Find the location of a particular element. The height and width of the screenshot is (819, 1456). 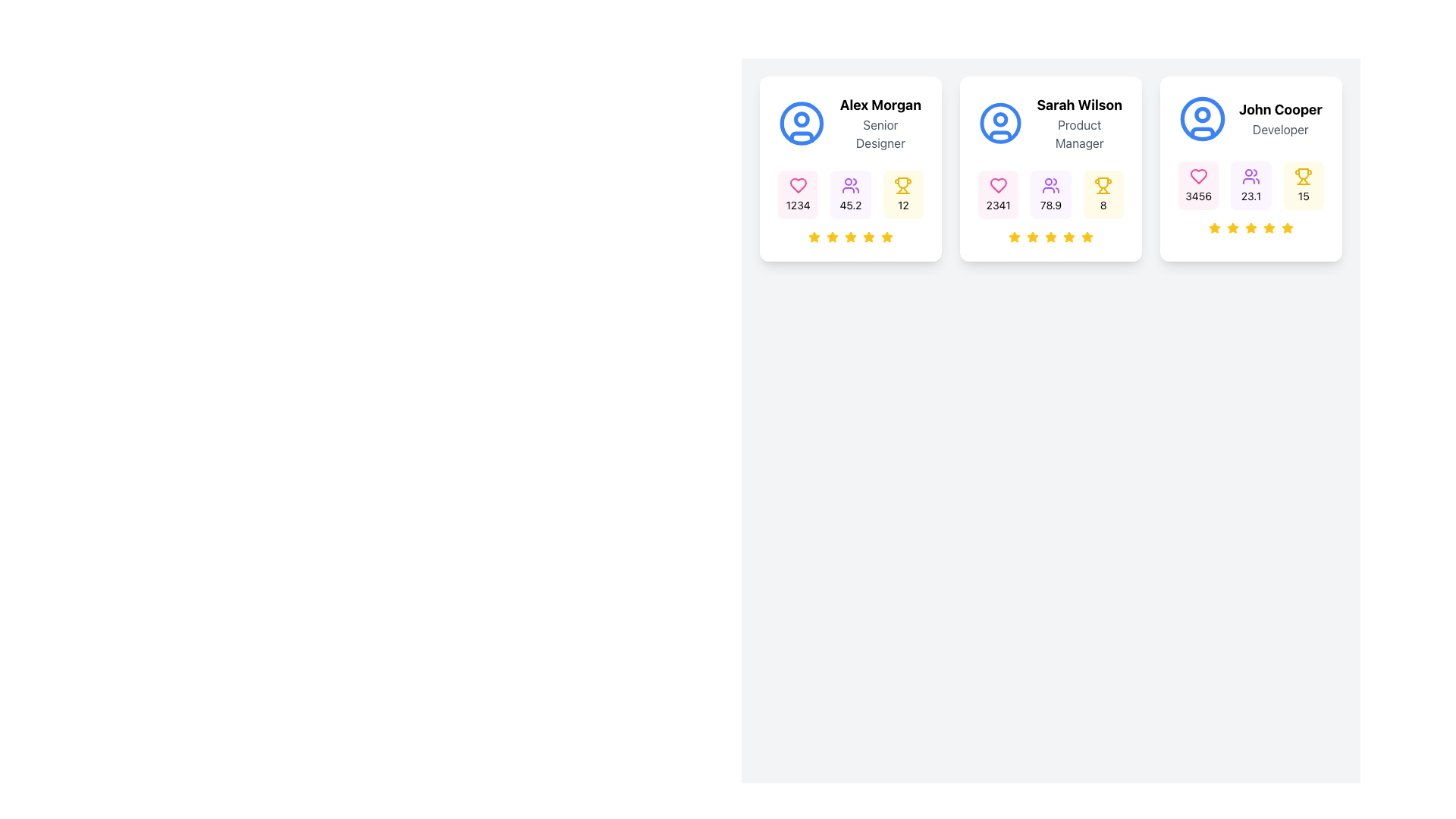

the yellow five-pointed star icon in the rating system associated with user 'John Cooper' is located at coordinates (1269, 227).